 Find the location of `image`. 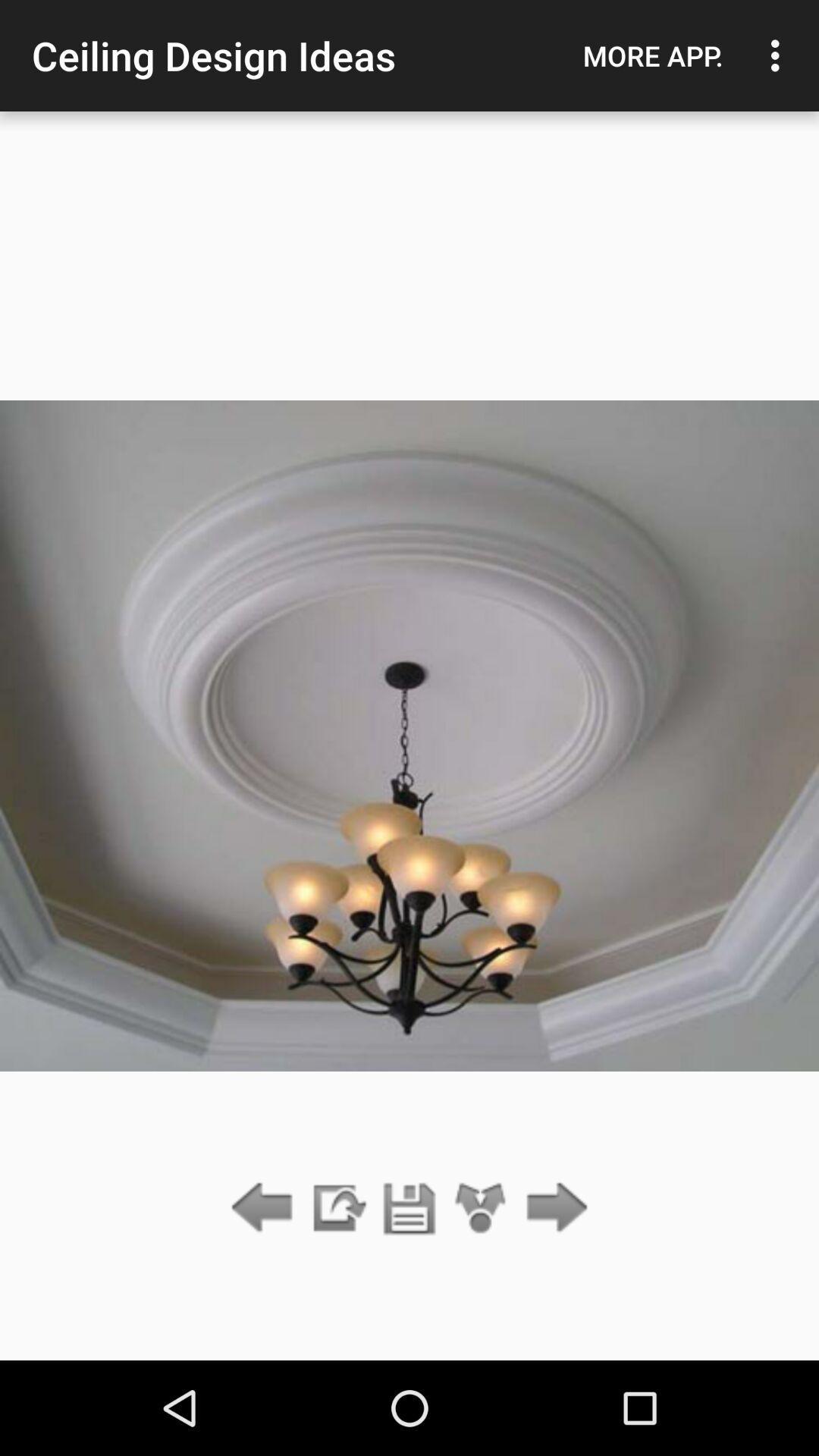

image is located at coordinates (409, 1208).